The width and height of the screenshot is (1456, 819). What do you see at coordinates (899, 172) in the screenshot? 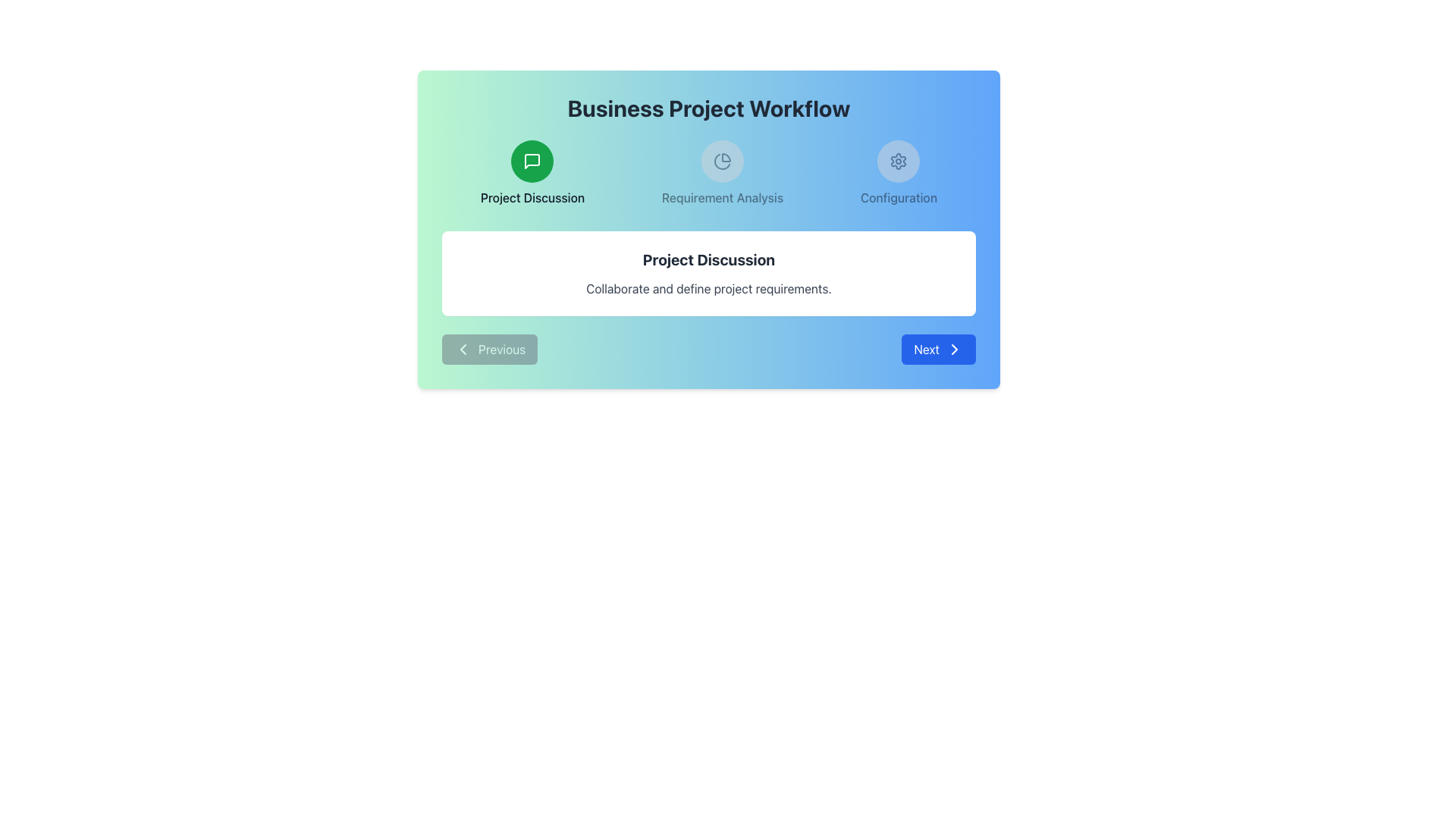
I see `the static icon representing configuration settings related to the workflow, located in the top-right quadrant of the interface` at bounding box center [899, 172].